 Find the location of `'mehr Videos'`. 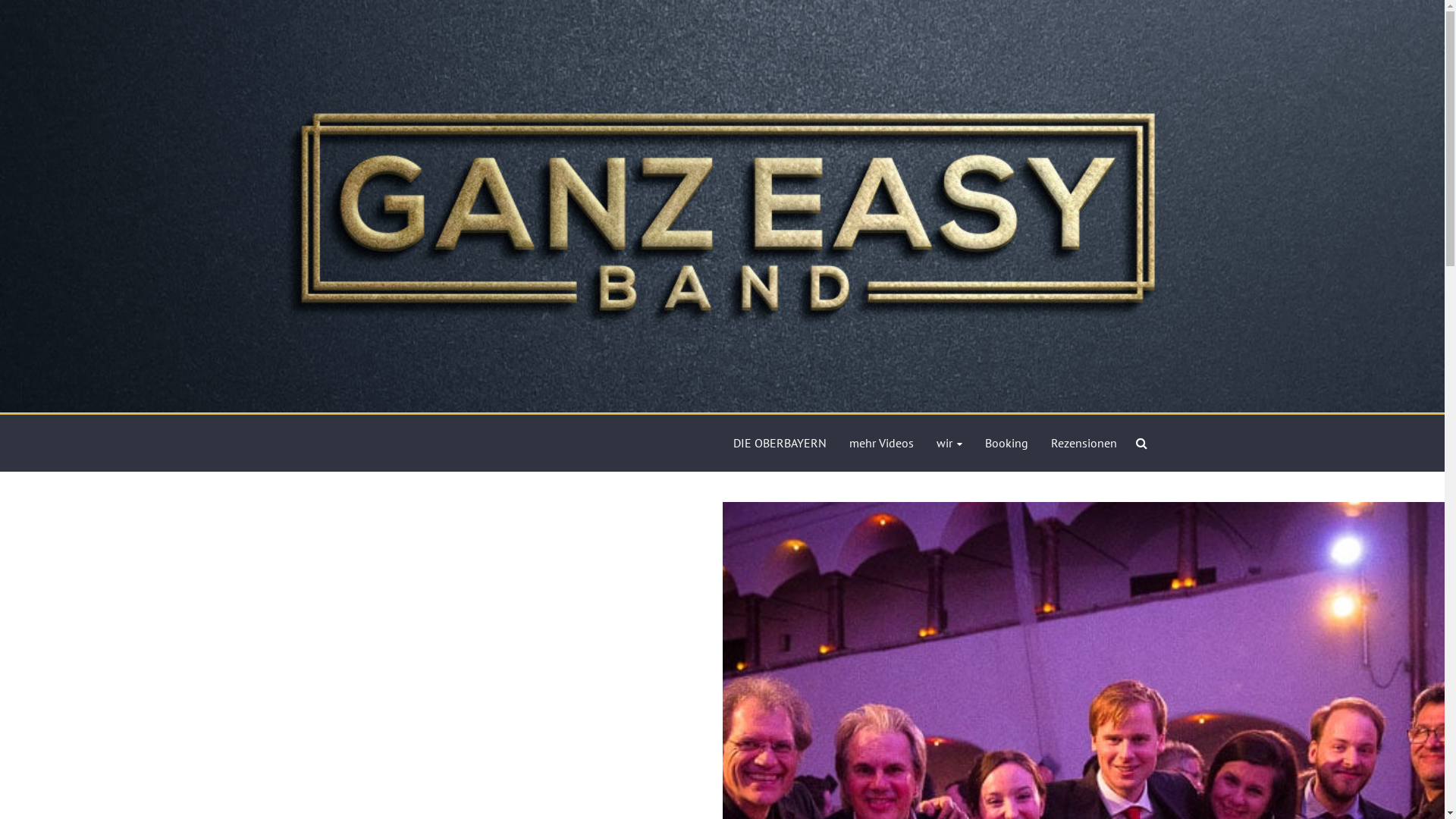

'mehr Videos' is located at coordinates (881, 443).